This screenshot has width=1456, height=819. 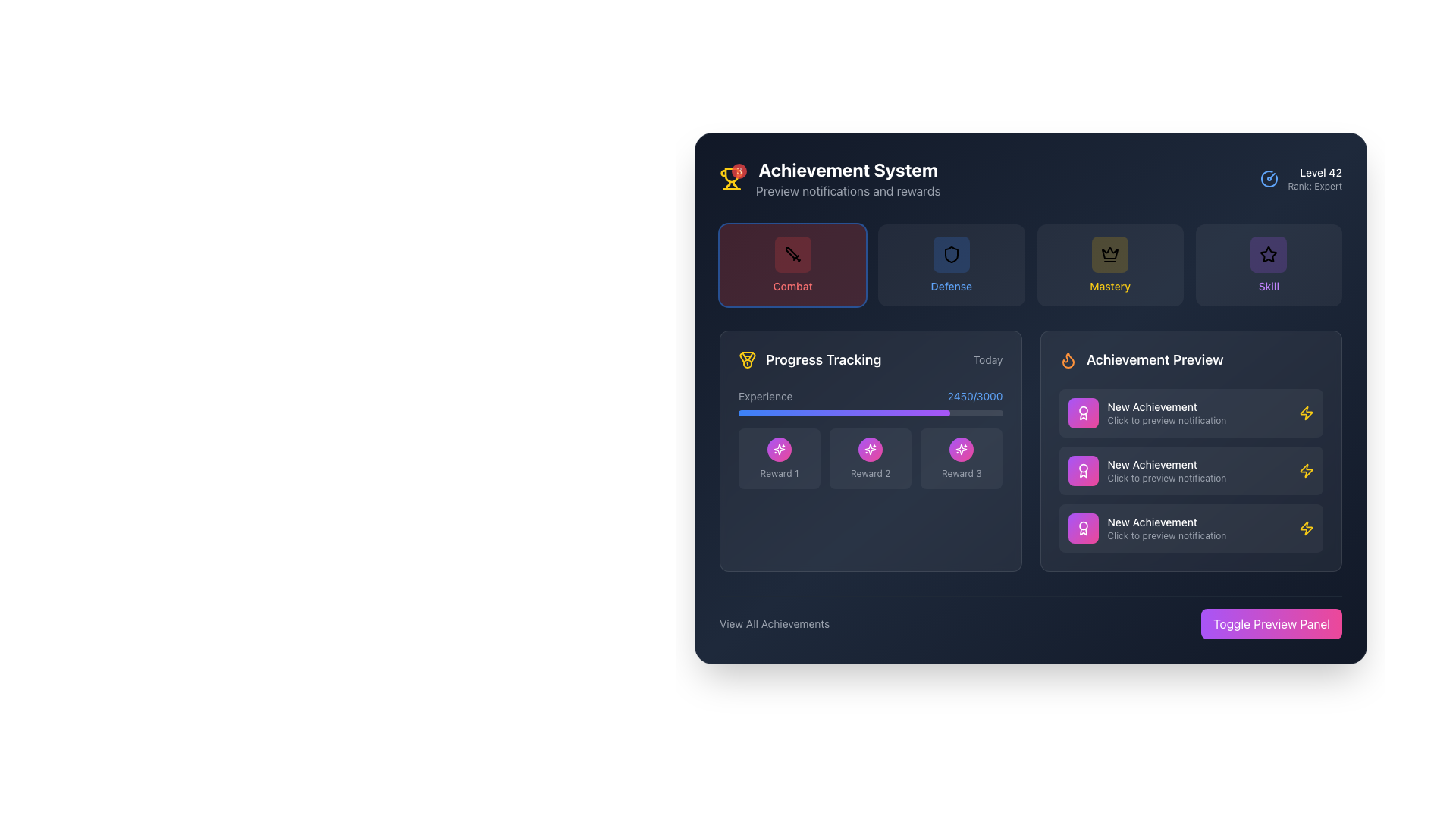 I want to click on the progress, so click(x=957, y=413).